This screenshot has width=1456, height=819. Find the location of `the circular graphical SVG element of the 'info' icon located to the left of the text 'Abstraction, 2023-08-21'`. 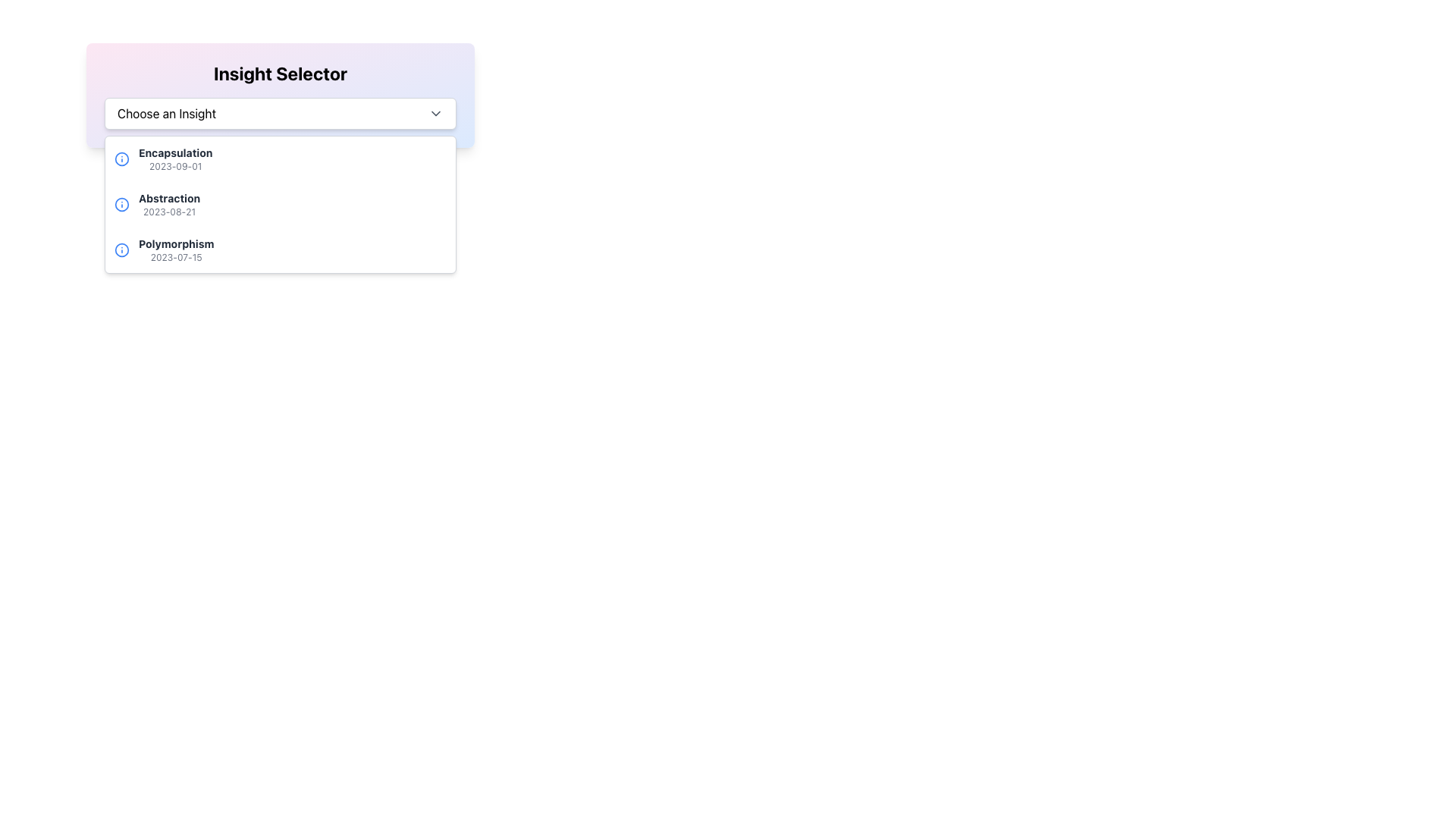

the circular graphical SVG element of the 'info' icon located to the left of the text 'Abstraction, 2023-08-21' is located at coordinates (122, 158).